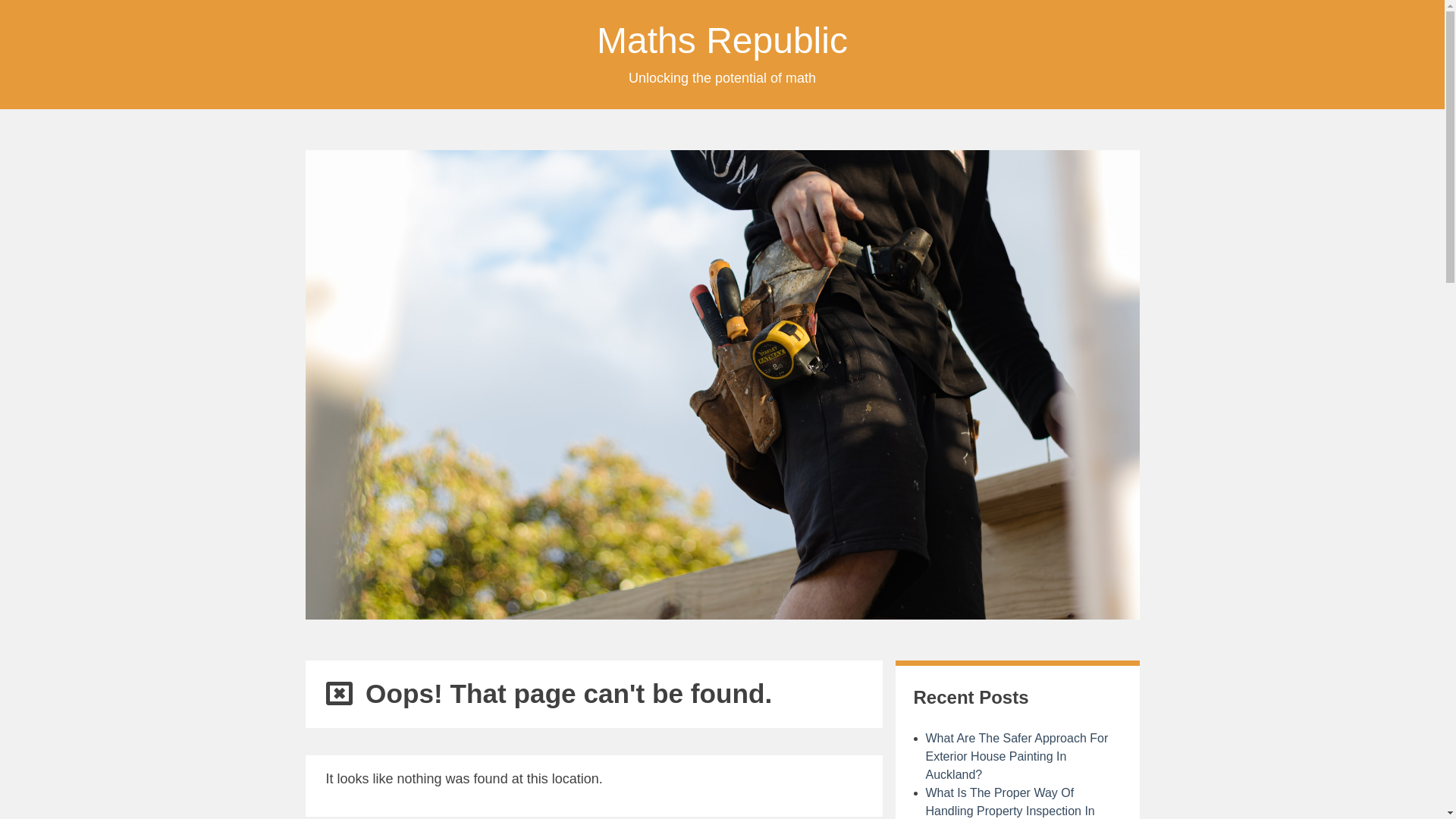  What do you see at coordinates (721, 39) in the screenshot?
I see `'Maths Republic'` at bounding box center [721, 39].